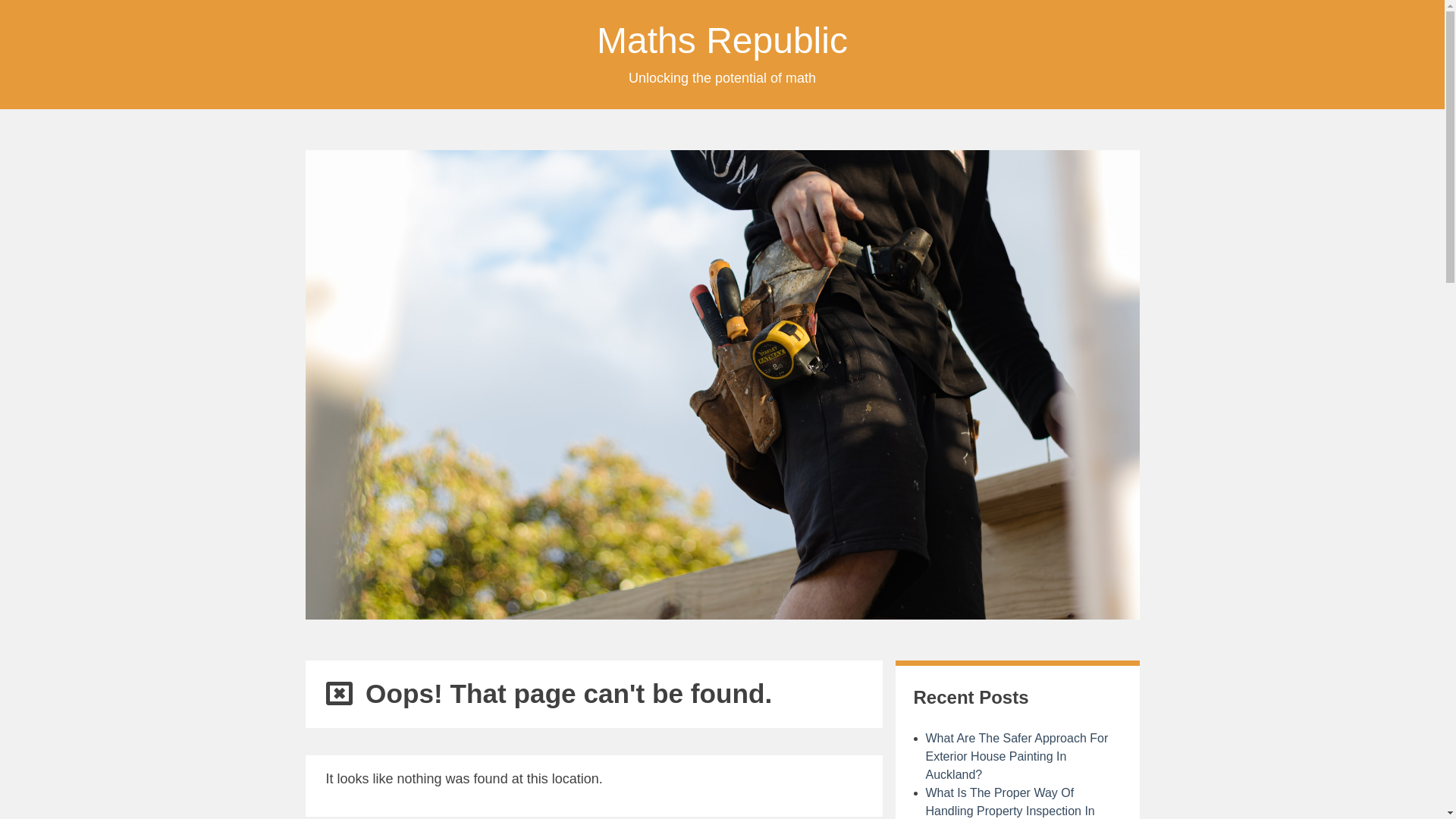  What do you see at coordinates (721, 39) in the screenshot?
I see `'Maths Republic'` at bounding box center [721, 39].